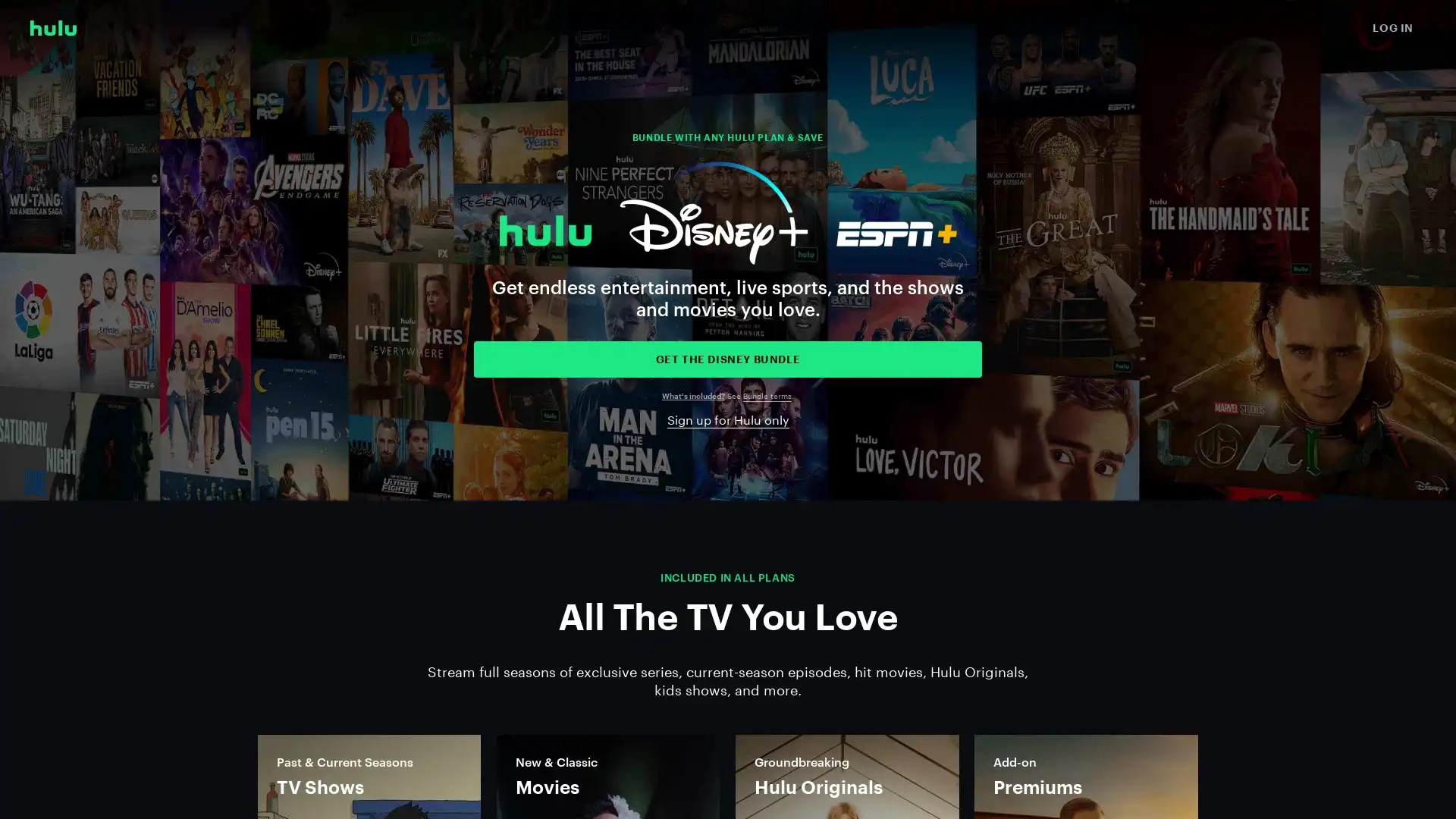 The height and width of the screenshot is (819, 1456). What do you see at coordinates (728, 359) in the screenshot?
I see `GET THE DISNEY BUNDLE` at bounding box center [728, 359].